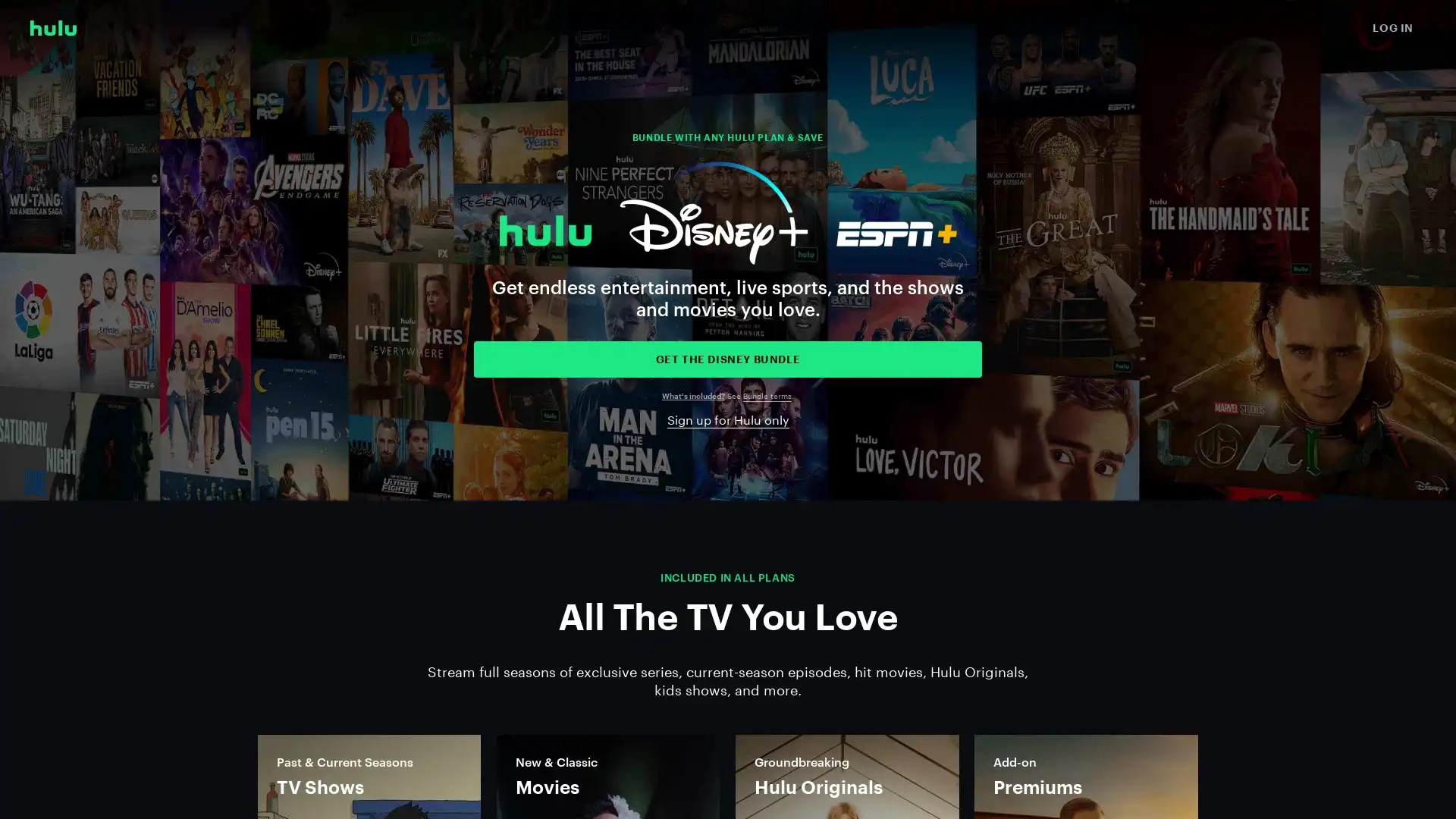 The height and width of the screenshot is (819, 1456). What do you see at coordinates (728, 359) in the screenshot?
I see `GET THE DISNEY BUNDLE` at bounding box center [728, 359].